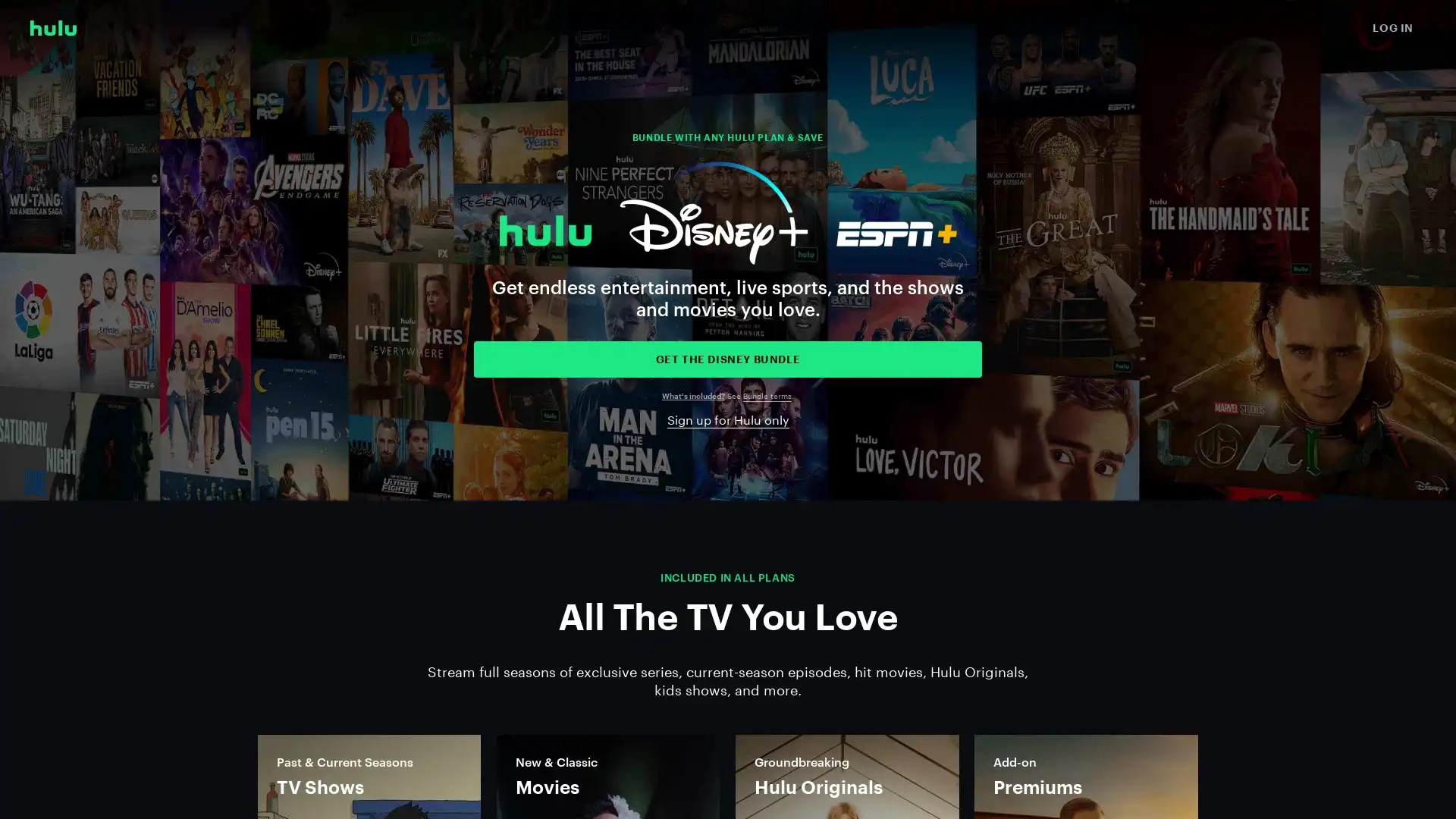 The height and width of the screenshot is (819, 1456). What do you see at coordinates (728, 359) in the screenshot?
I see `GET THE DISNEY BUNDLE` at bounding box center [728, 359].